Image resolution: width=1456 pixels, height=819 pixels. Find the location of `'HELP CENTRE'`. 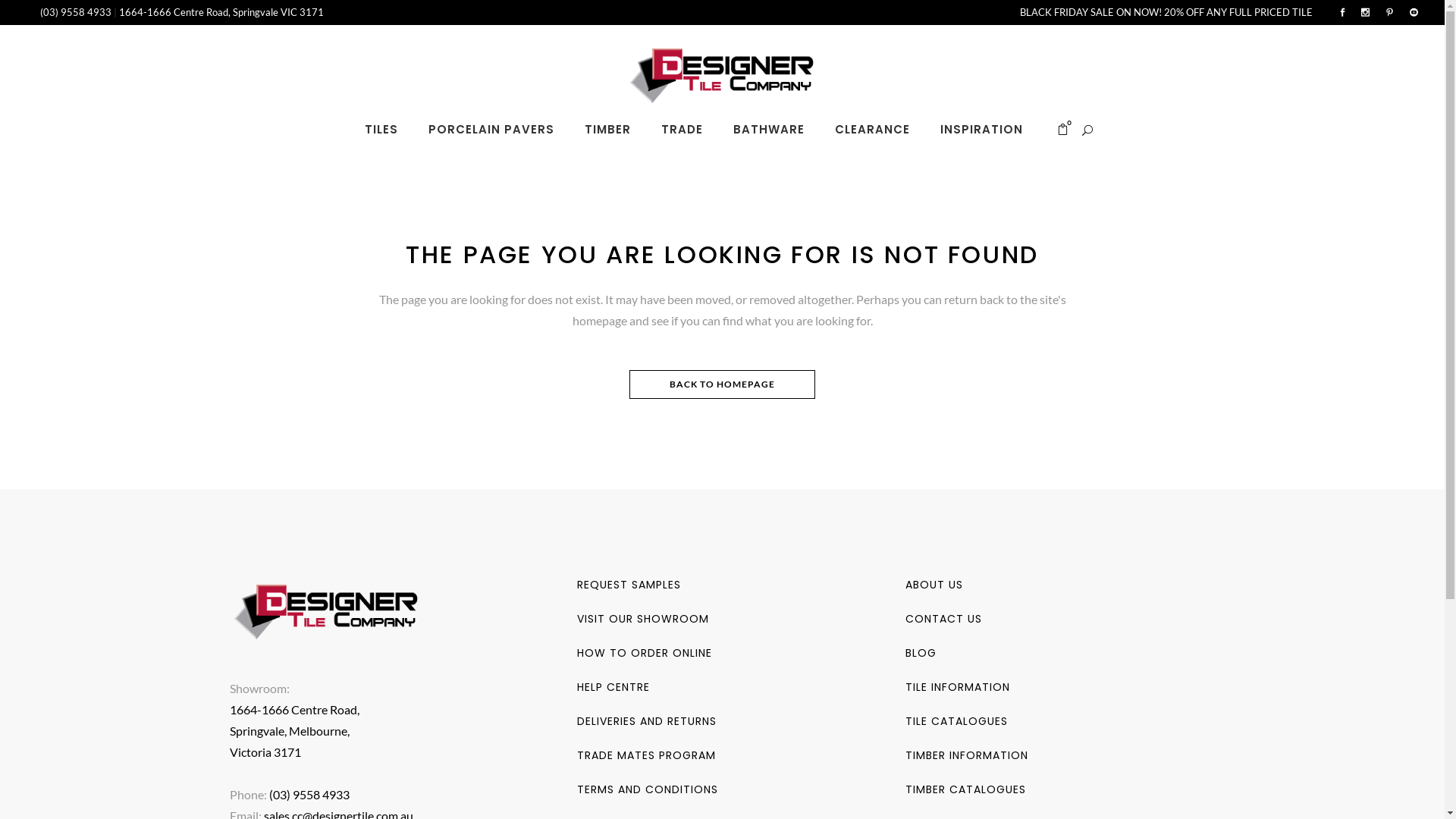

'HELP CENTRE' is located at coordinates (613, 687).